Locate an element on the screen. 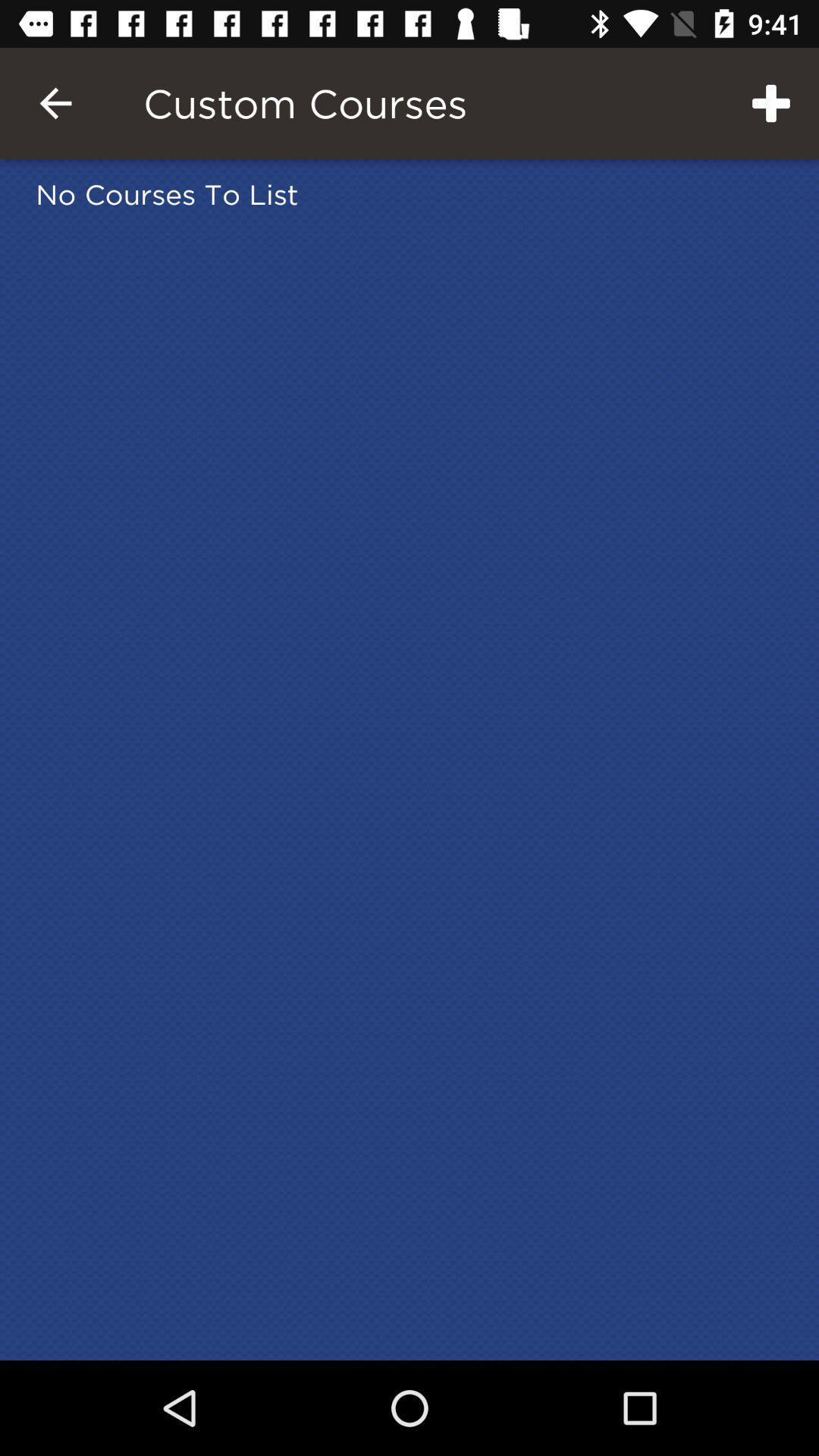 The image size is (819, 1456). icon above the no courses to item is located at coordinates (771, 102).